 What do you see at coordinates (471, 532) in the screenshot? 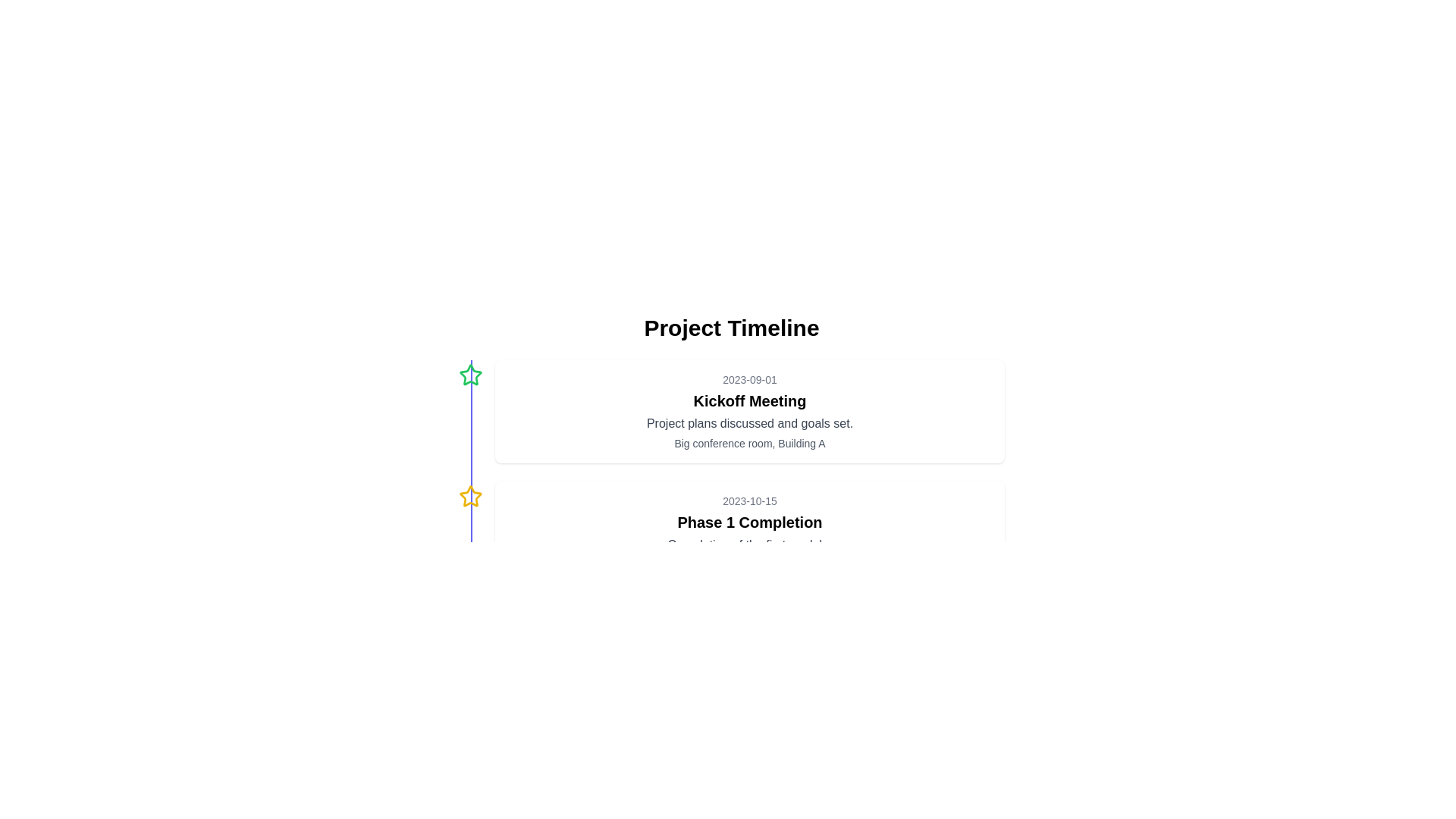
I see `the vertical separator line that visually connects events in the timeline interface, positioned centrally between 'Kickoff Meeting' and 'Phase 1 Completion'` at bounding box center [471, 532].